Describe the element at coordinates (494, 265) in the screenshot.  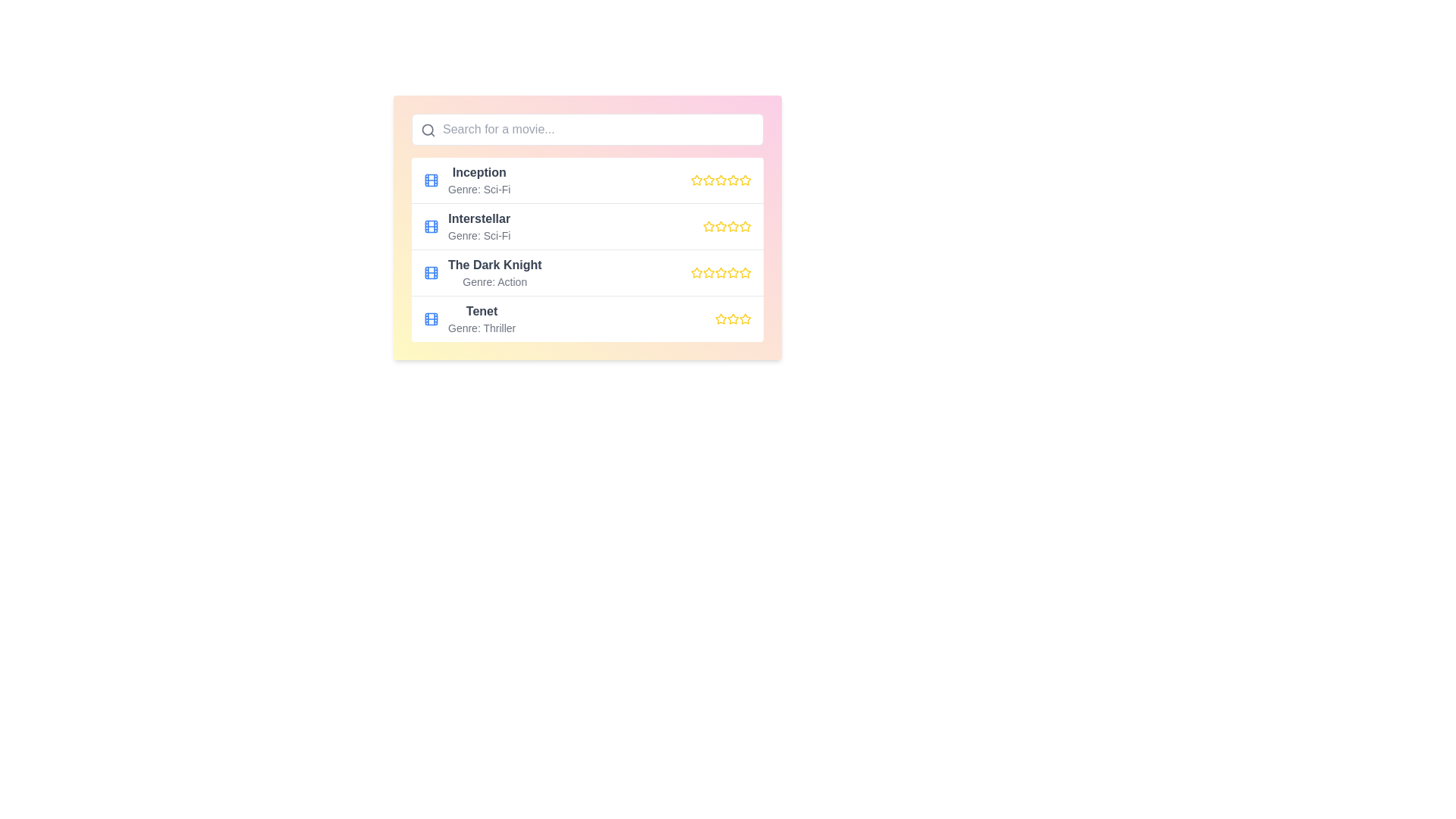
I see `text label displaying 'The Dark Knight', which is a bold gray text prominently positioned in the third row of a vertically stacked list in the movie selection interface` at that location.